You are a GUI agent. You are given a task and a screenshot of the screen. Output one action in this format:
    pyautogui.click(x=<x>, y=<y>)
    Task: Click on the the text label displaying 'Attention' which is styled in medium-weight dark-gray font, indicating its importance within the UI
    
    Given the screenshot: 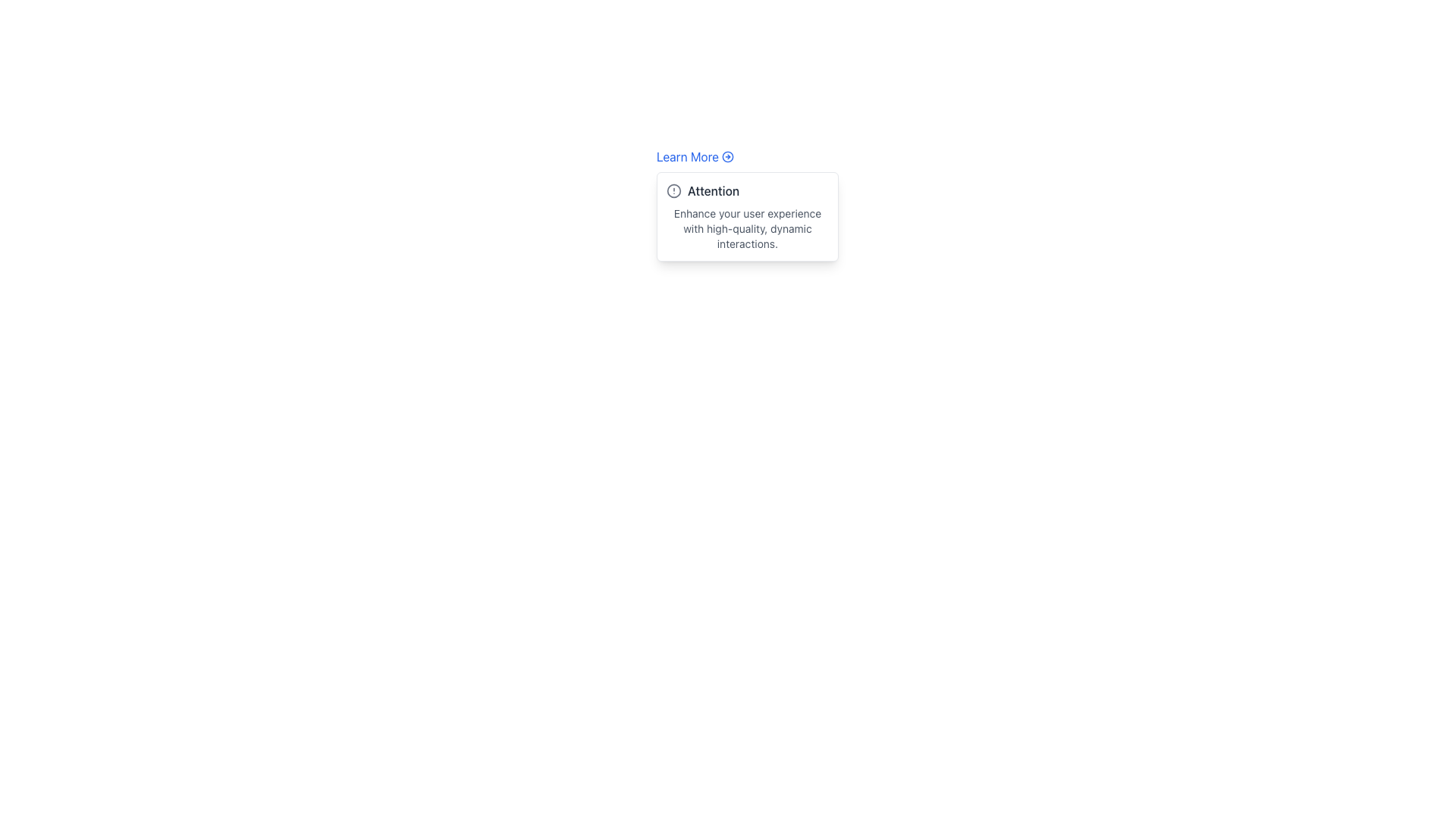 What is the action you would take?
    pyautogui.click(x=712, y=190)
    